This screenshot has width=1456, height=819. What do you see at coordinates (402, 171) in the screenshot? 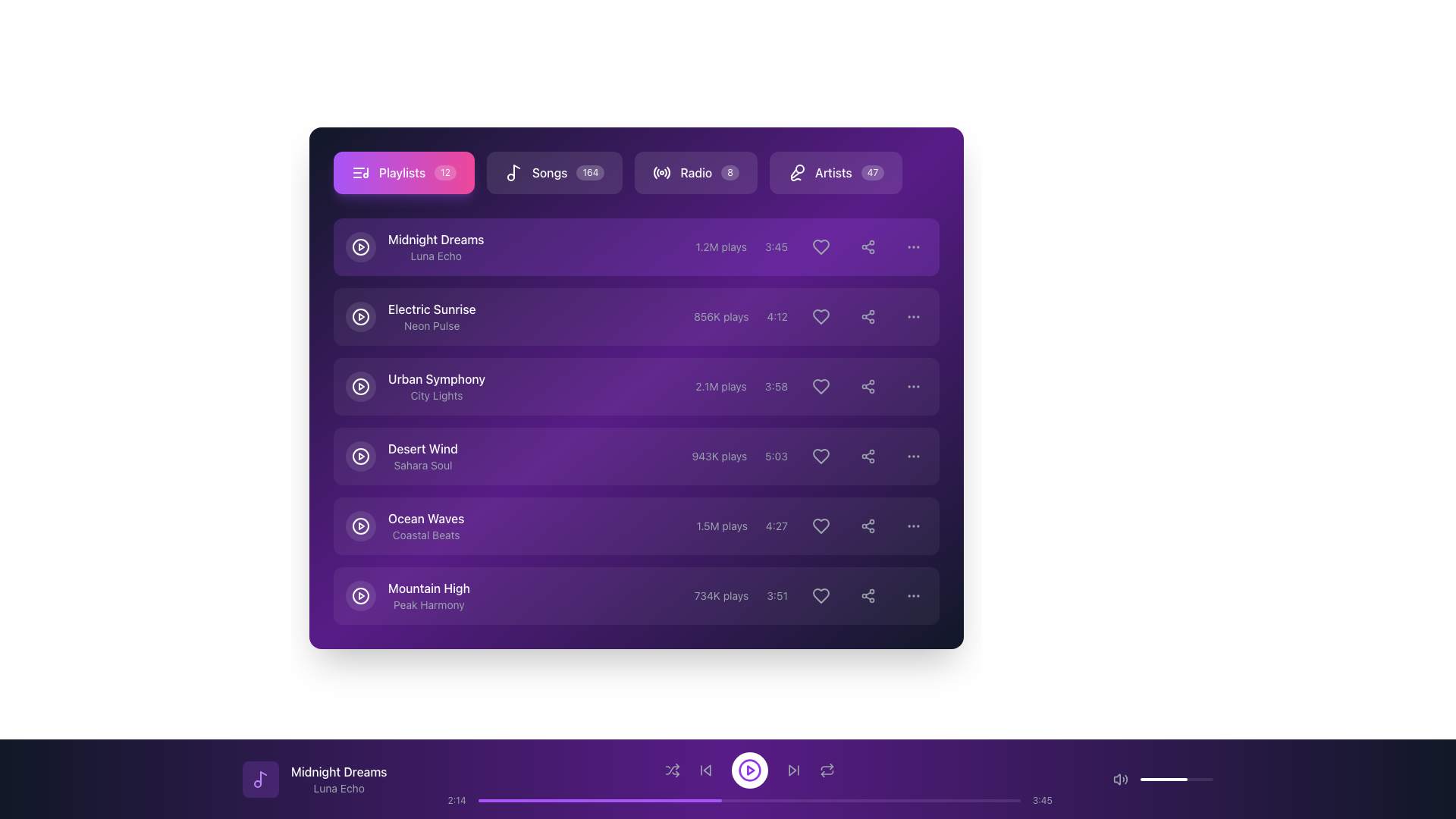
I see `text label element that displays 'Playlists' in a white font, located in a button-like structure at the top-left section of the interface` at bounding box center [402, 171].